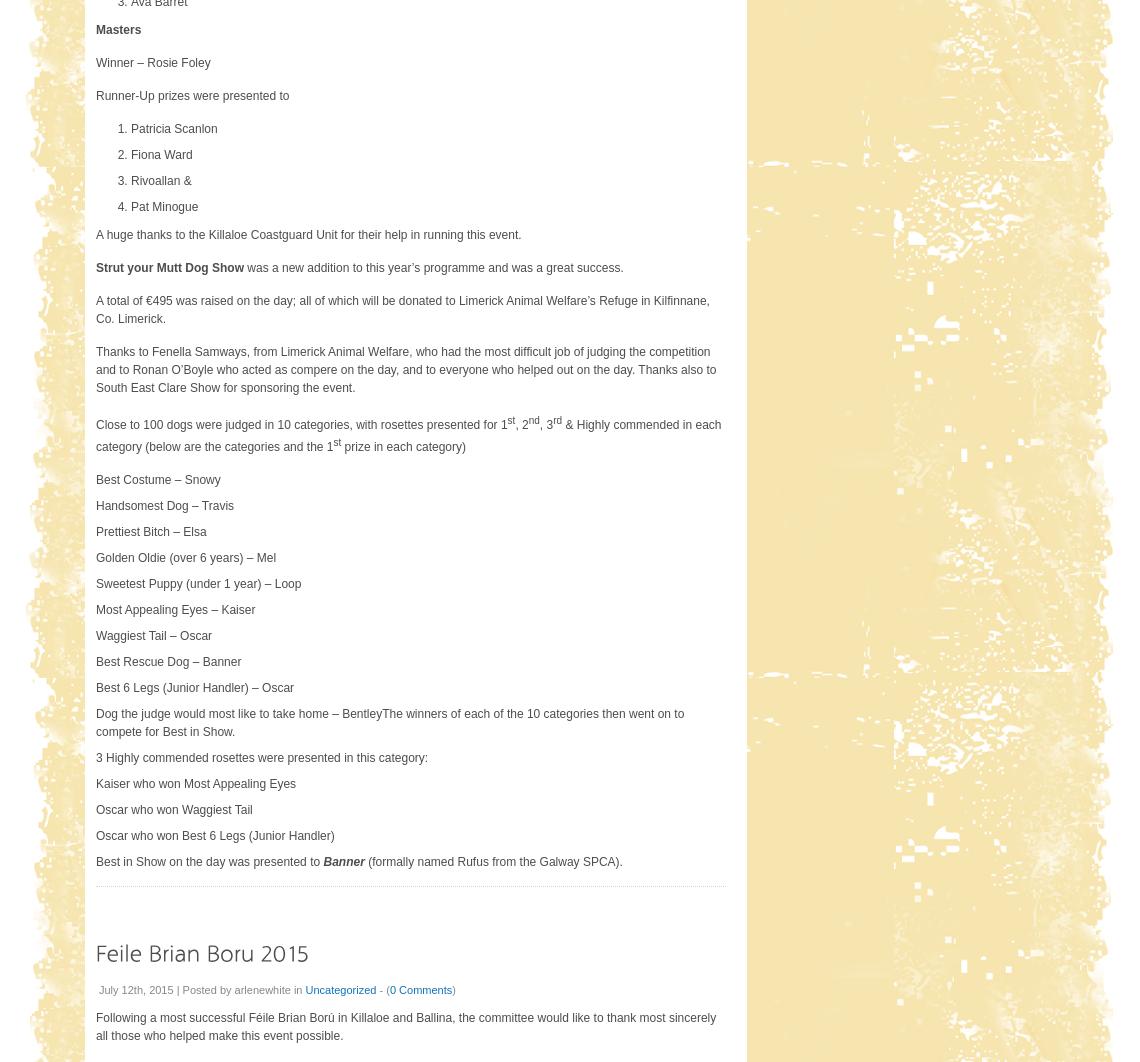  I want to click on 'Banner', so click(322, 859).